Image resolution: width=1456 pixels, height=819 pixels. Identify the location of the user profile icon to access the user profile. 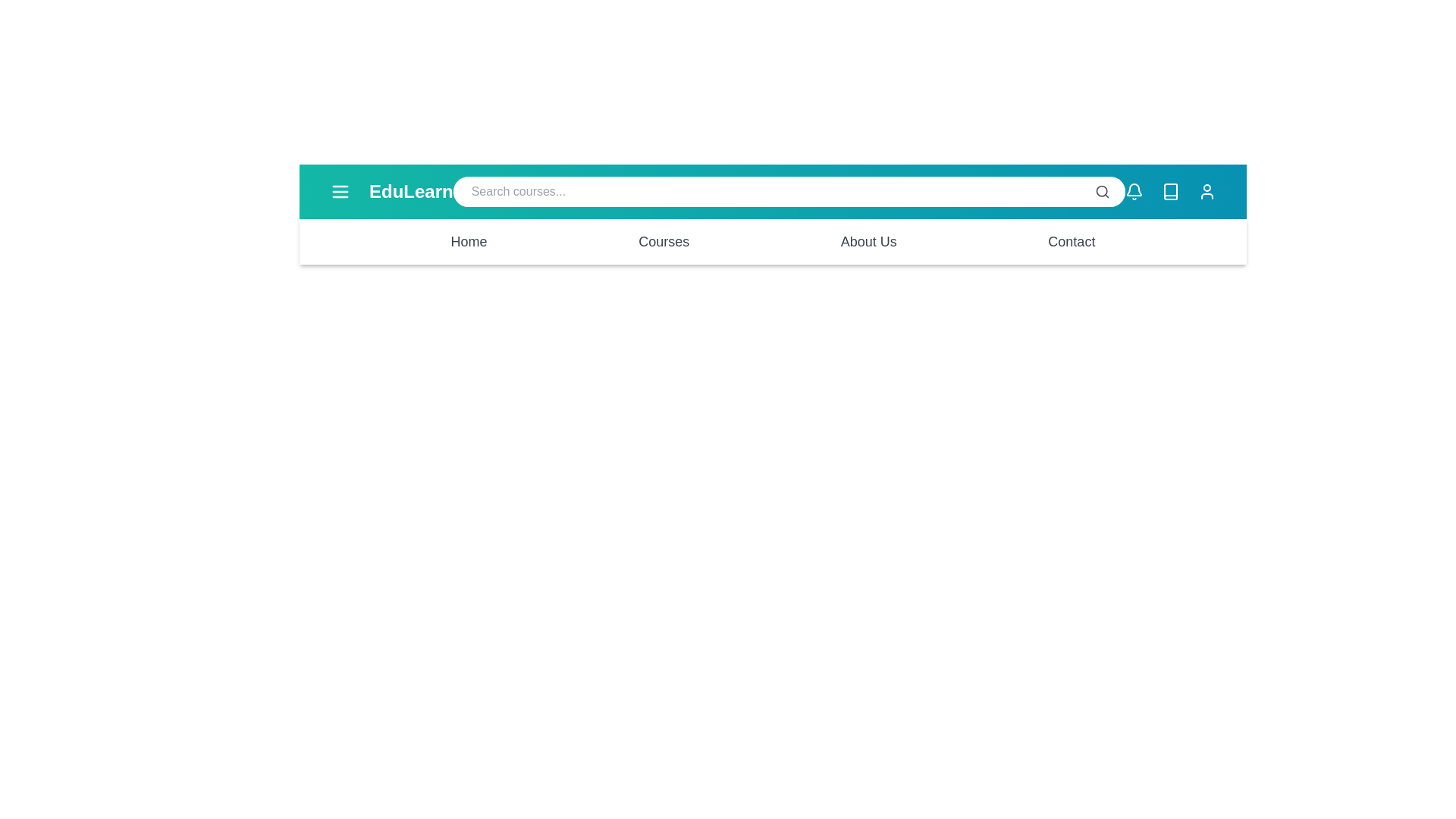
(1207, 191).